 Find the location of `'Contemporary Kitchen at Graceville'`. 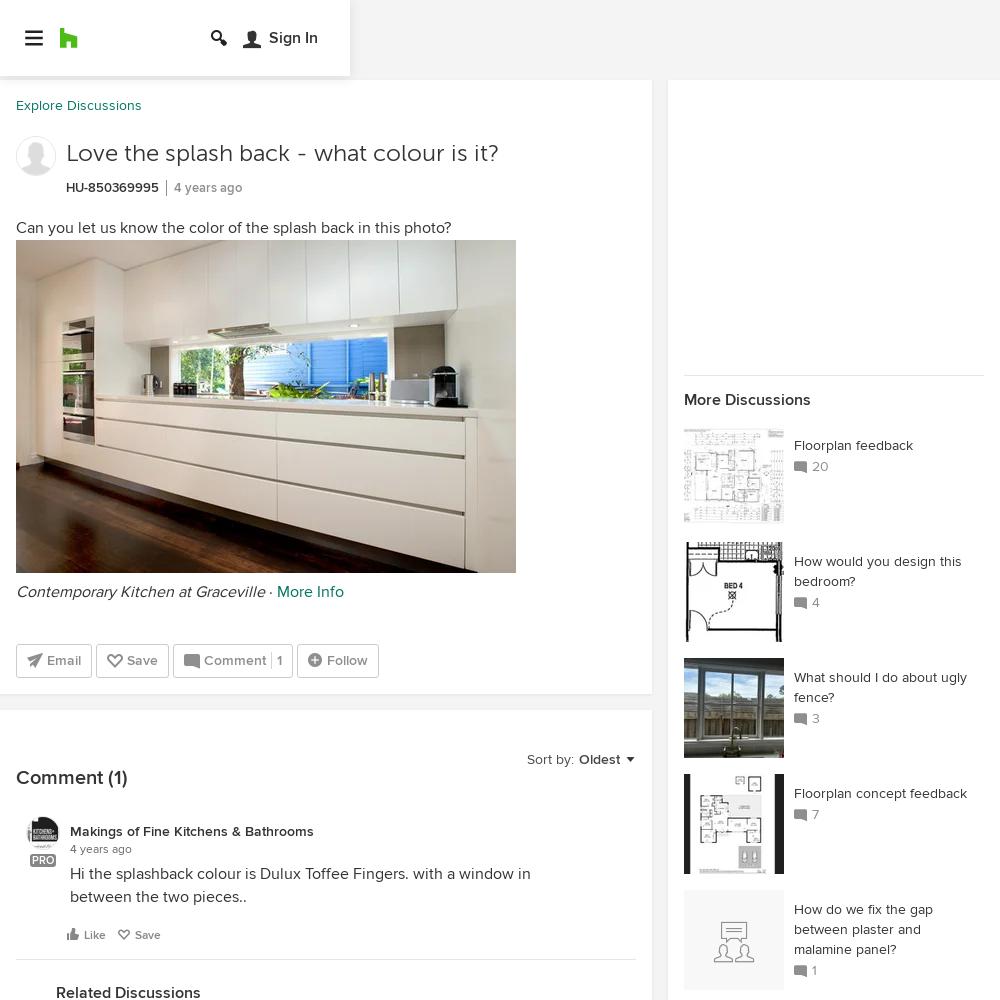

'Contemporary Kitchen at Graceville' is located at coordinates (140, 591).